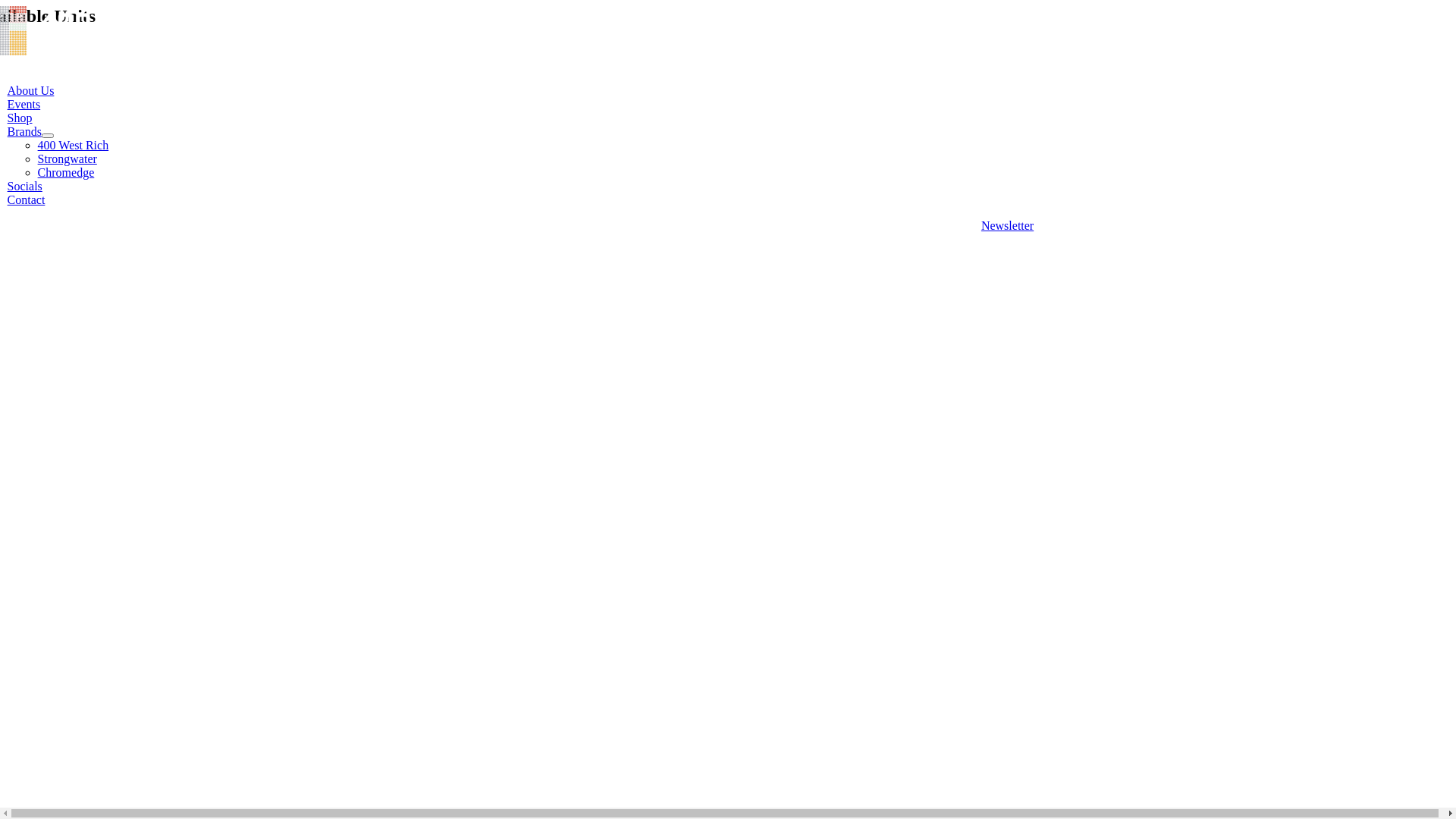 Image resolution: width=1456 pixels, height=819 pixels. I want to click on 'Socials', so click(25, 185).